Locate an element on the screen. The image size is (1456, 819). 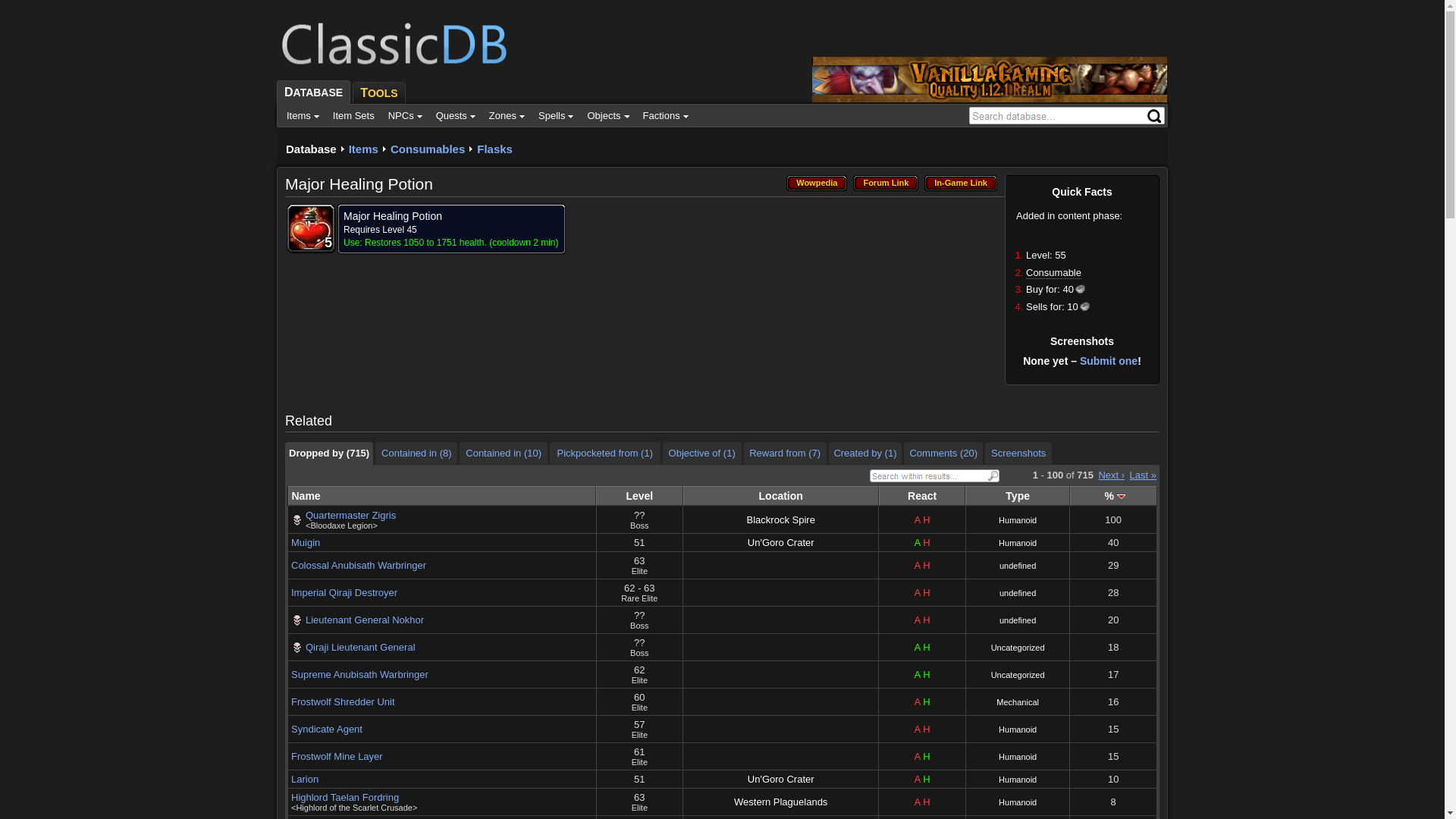
'Colossal Anubisath Warbringer' is located at coordinates (358, 565).